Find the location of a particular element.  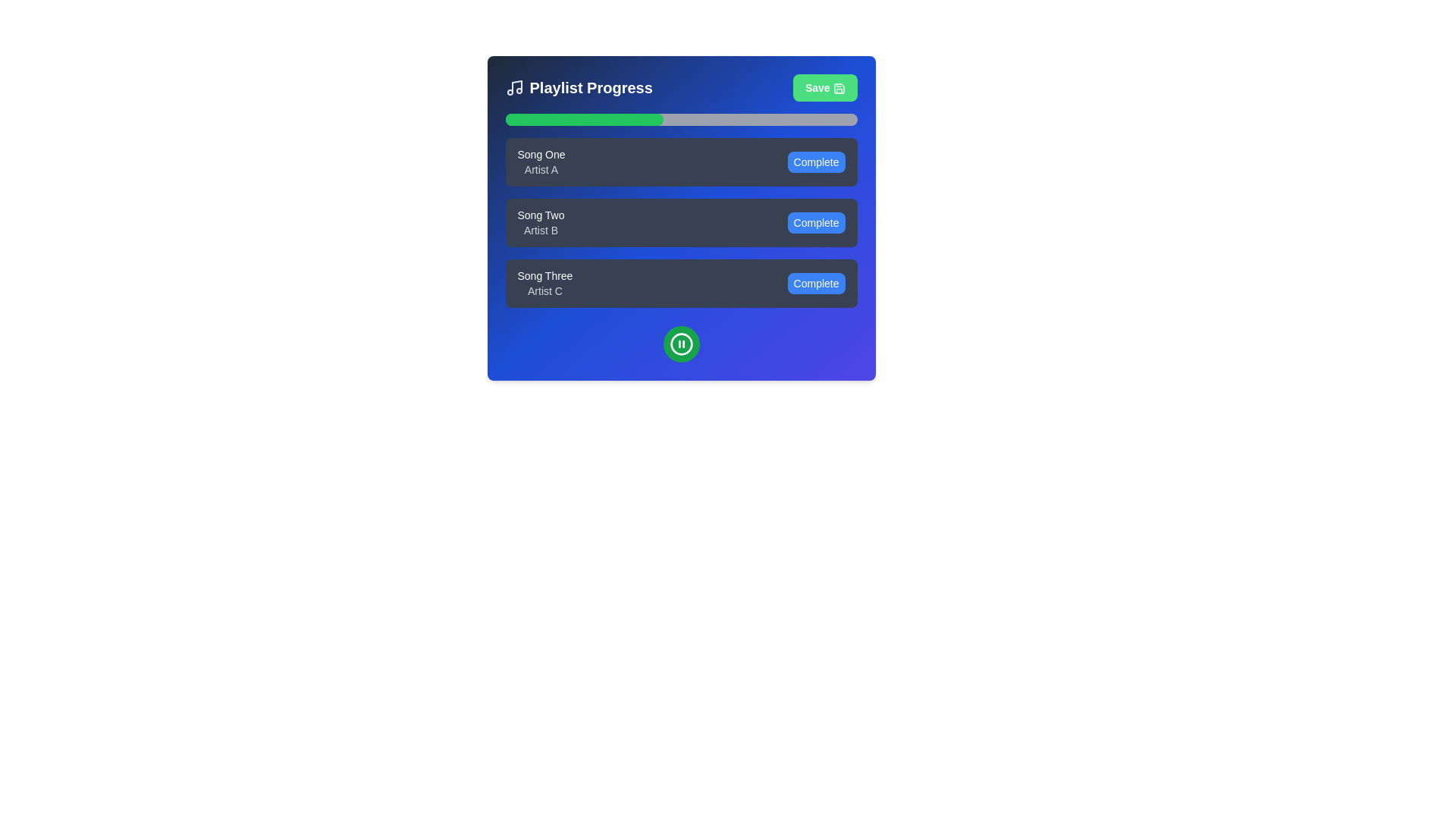

the circular green button with a pause symbol is located at coordinates (680, 344).